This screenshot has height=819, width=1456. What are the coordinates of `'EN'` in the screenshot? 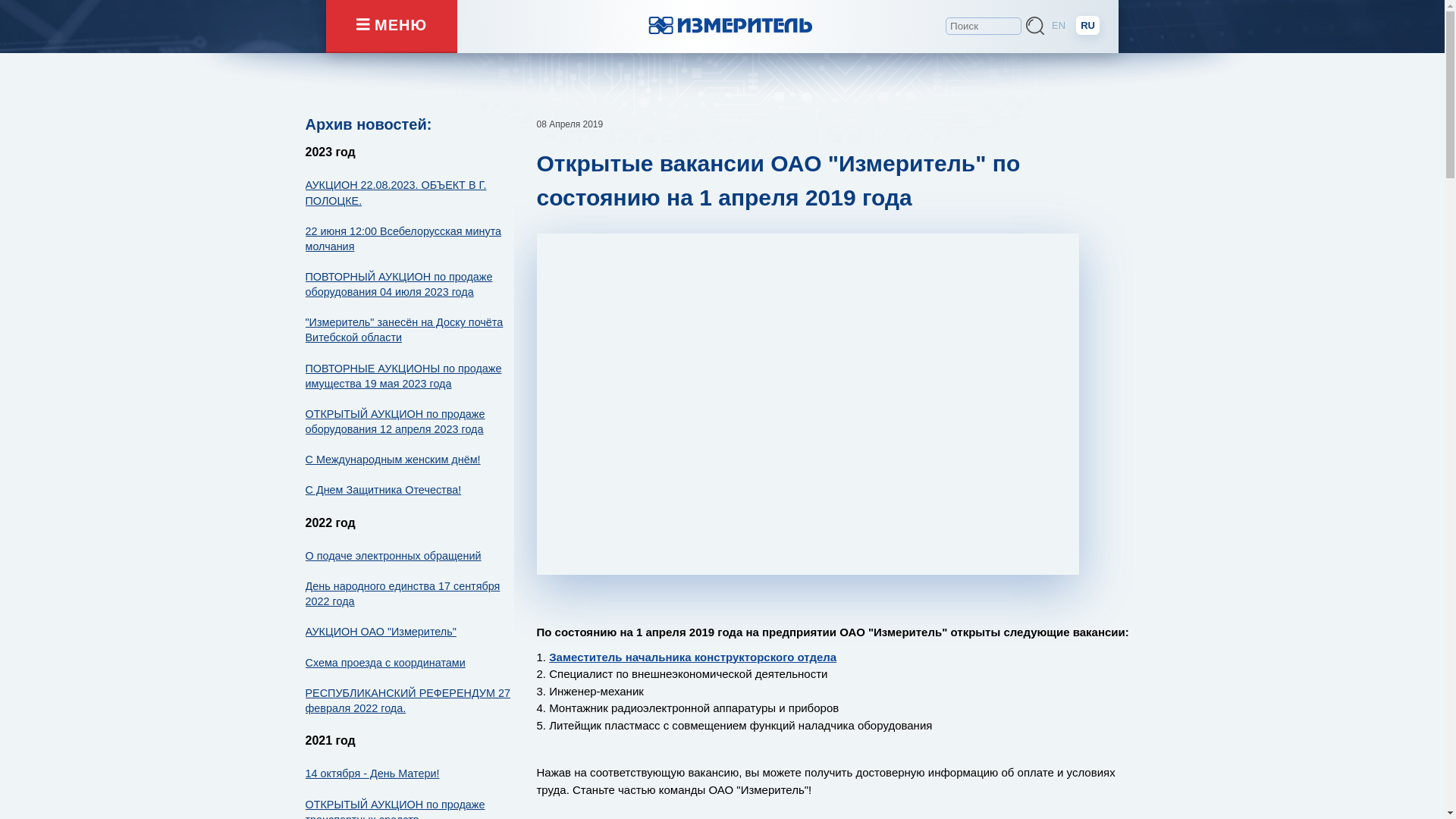 It's located at (1046, 25).